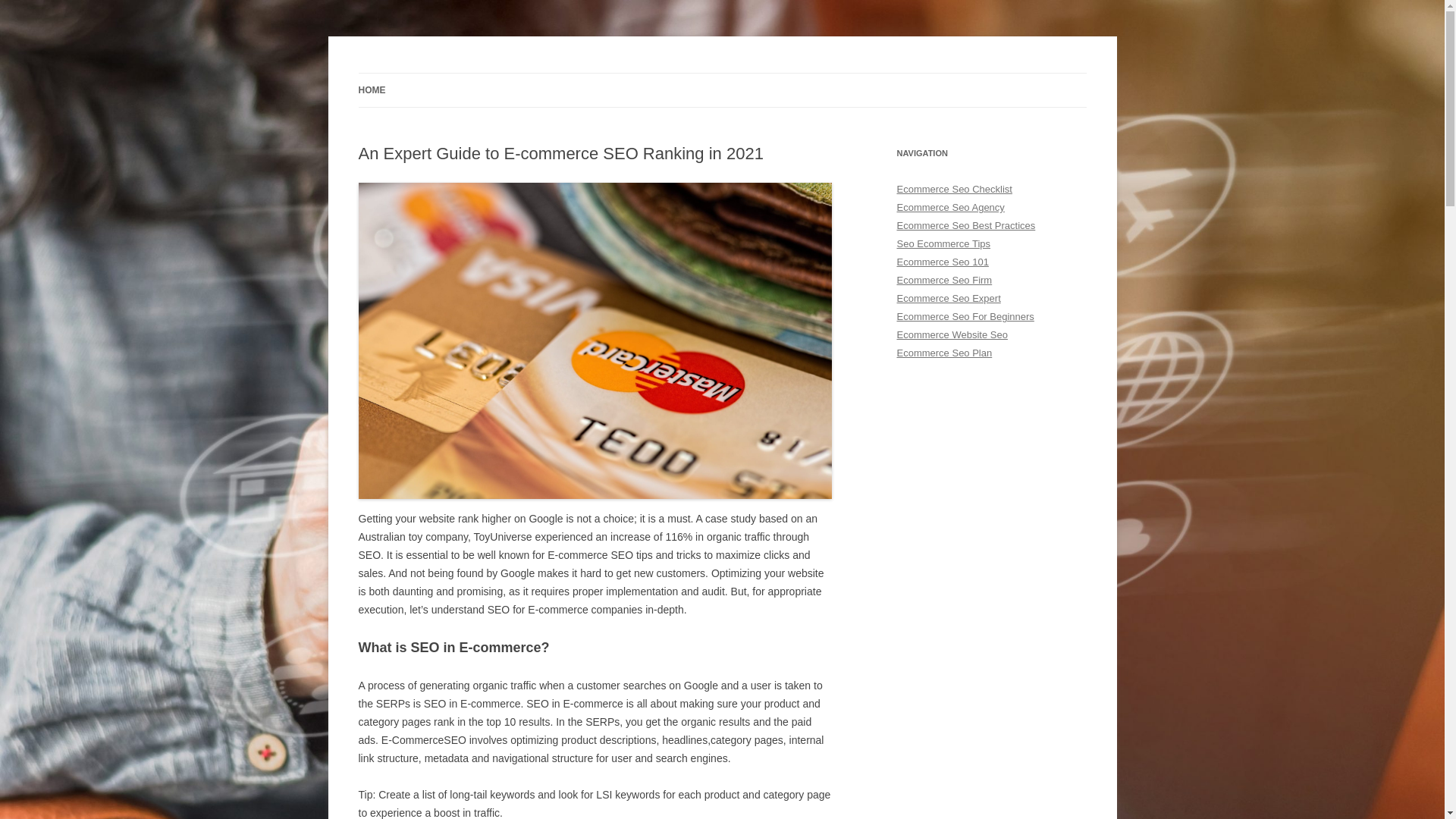 The width and height of the screenshot is (1456, 819). Describe the element at coordinates (964, 315) in the screenshot. I see `'Ecommerce Seo For Beginners'` at that location.